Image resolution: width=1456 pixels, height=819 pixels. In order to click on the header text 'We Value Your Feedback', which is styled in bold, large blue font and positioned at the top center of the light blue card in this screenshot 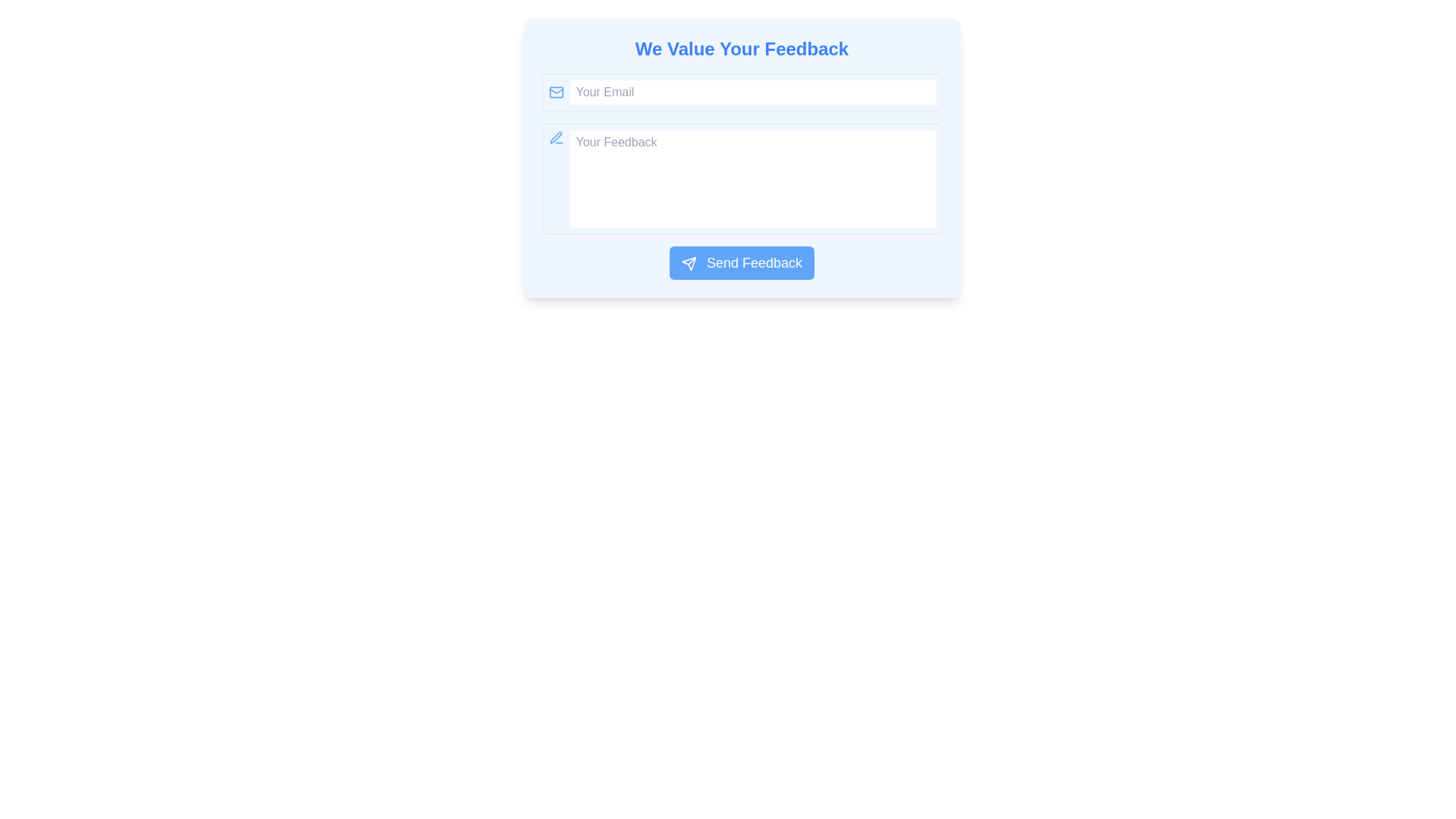, I will do `click(742, 49)`.